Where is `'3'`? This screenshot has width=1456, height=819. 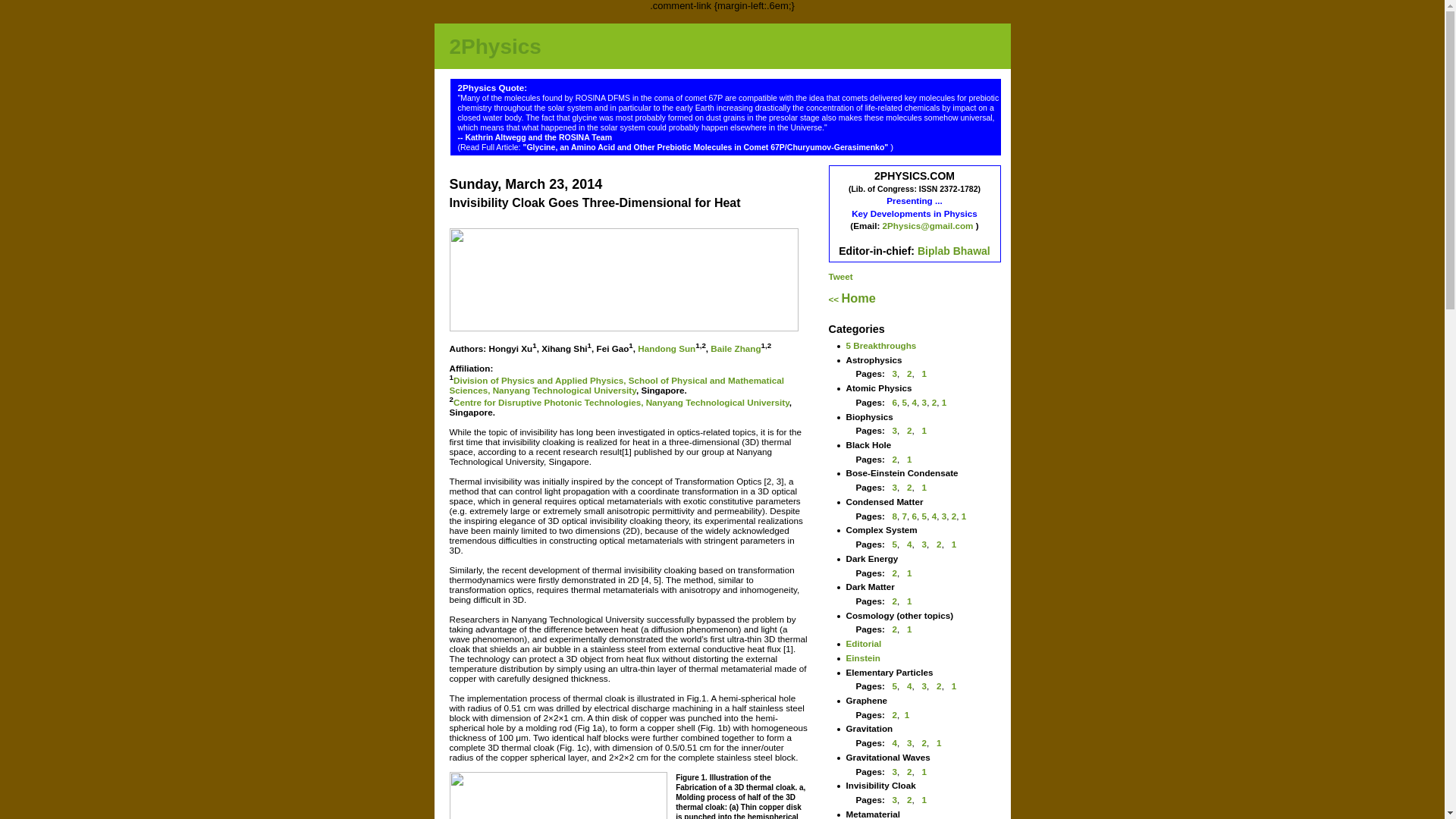 '3' is located at coordinates (909, 742).